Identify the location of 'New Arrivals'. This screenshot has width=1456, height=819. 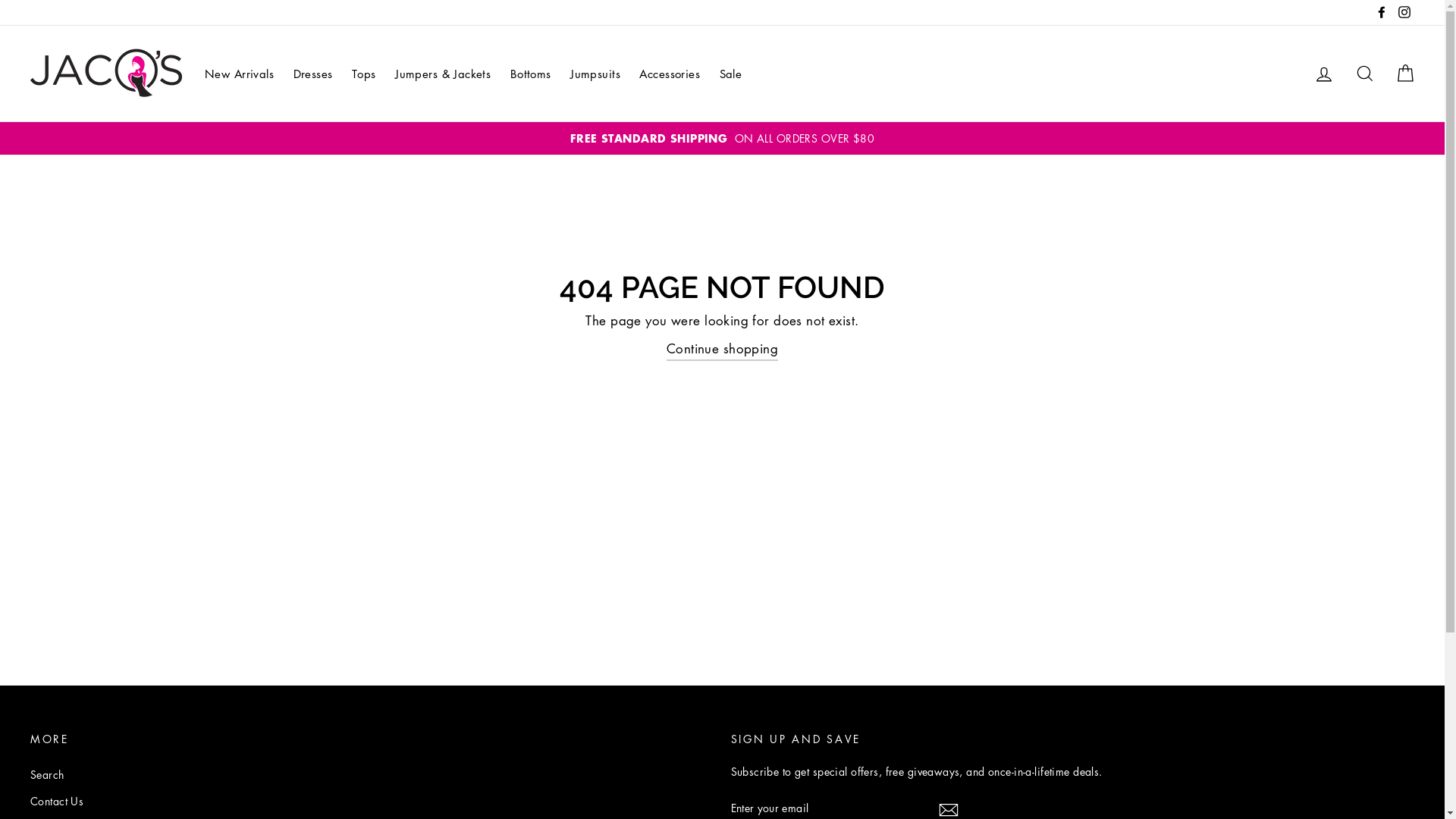
(196, 74).